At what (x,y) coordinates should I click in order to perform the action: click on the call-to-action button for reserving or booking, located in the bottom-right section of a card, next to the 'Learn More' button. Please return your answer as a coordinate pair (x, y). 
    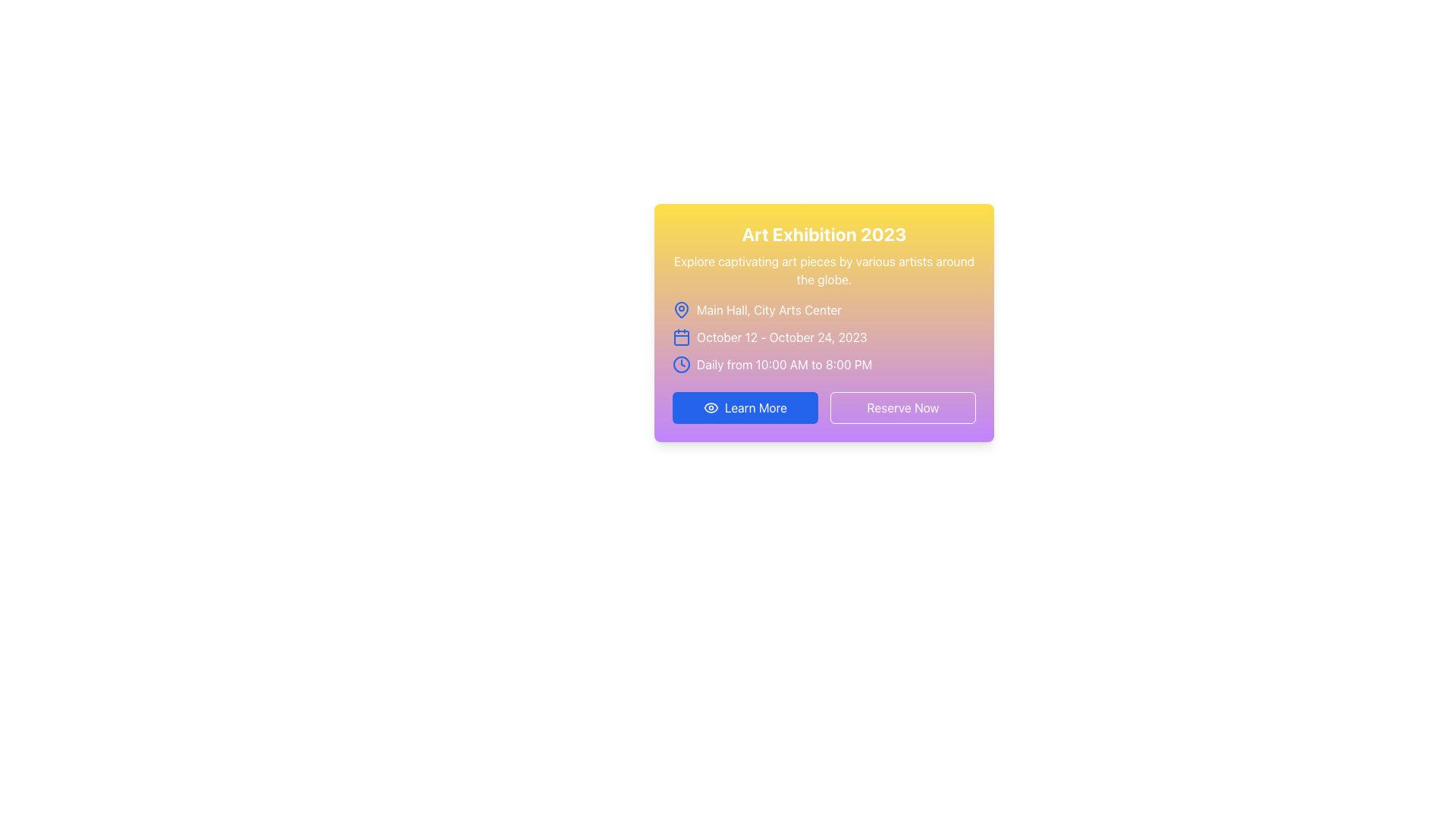
    Looking at the image, I should click on (902, 406).